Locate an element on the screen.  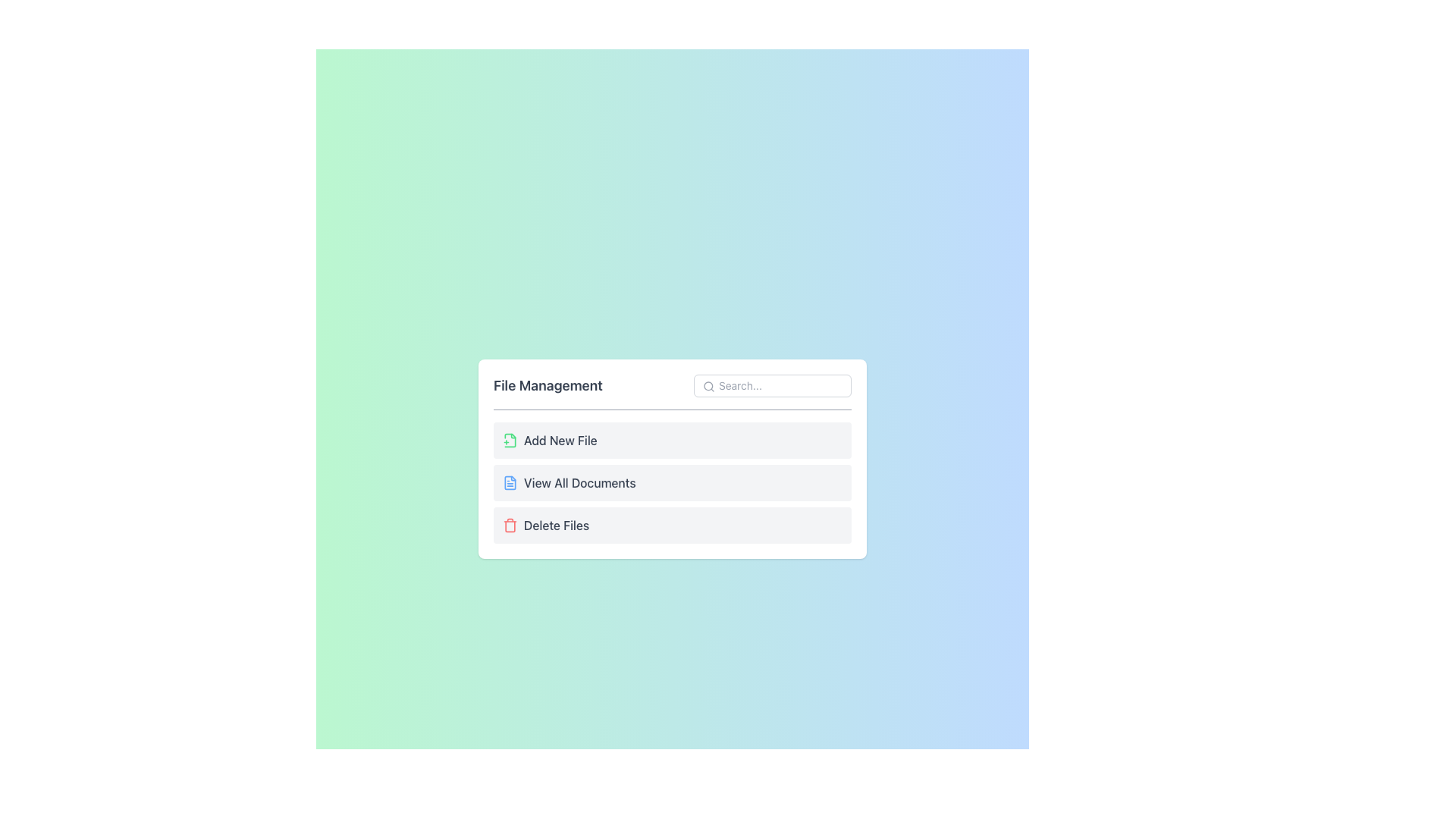
the icon that visually complements the 'View All Documents' label, located to the left of the text in a vertical list is located at coordinates (510, 482).